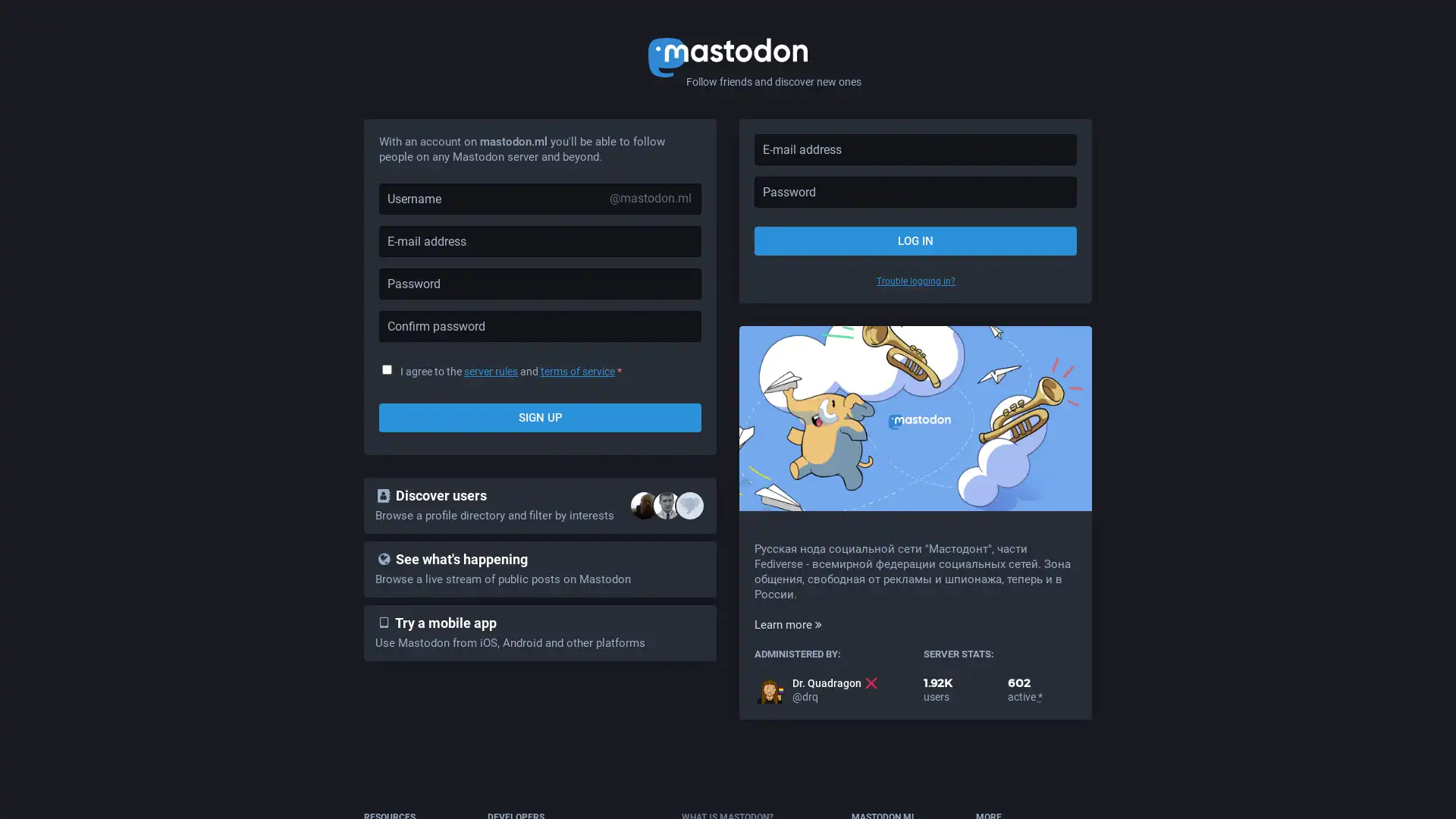  I want to click on SIGN UP, so click(540, 418).